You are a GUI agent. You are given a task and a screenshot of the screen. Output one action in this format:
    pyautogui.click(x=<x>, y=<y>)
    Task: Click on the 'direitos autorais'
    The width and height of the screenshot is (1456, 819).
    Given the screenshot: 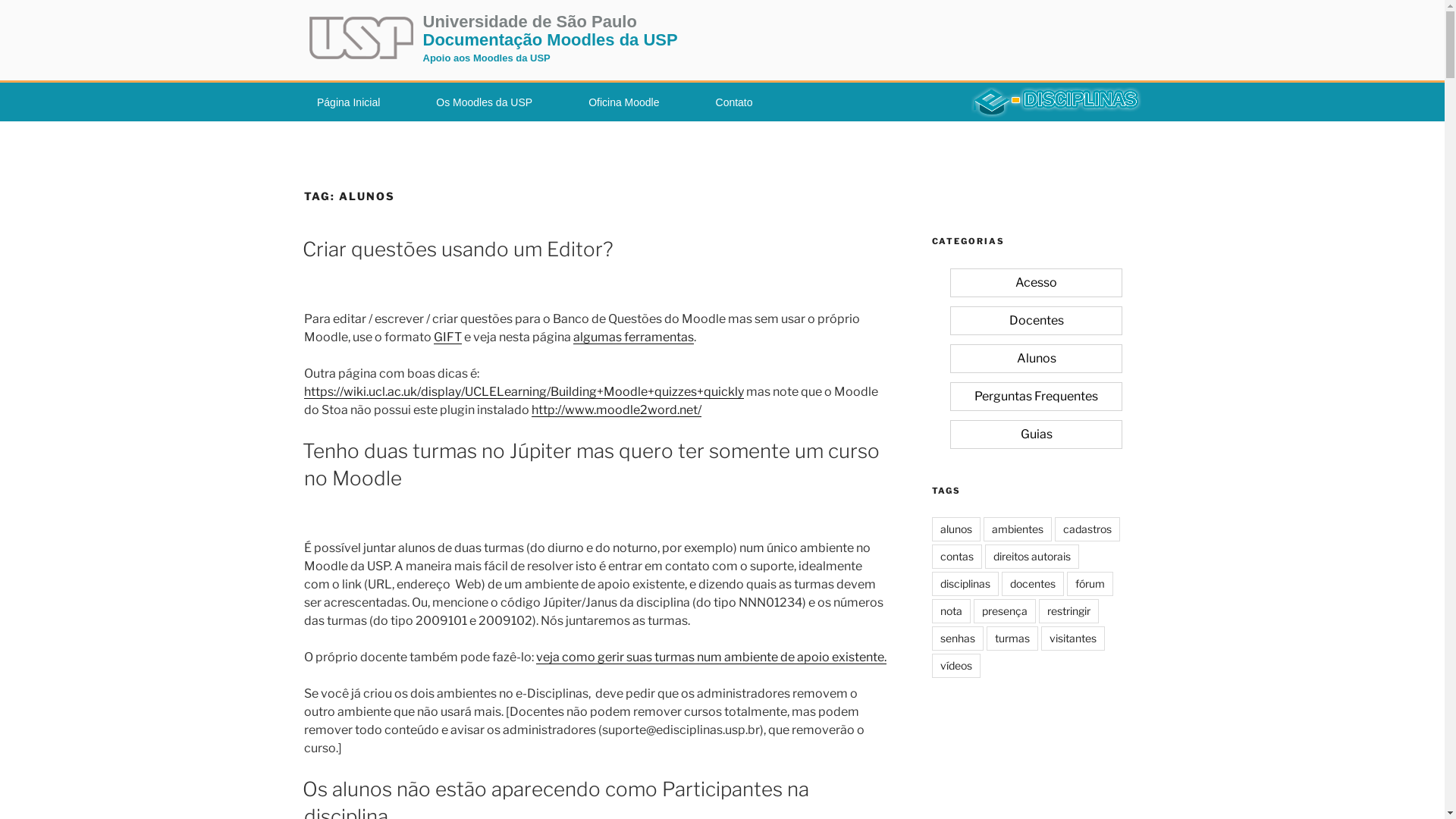 What is the action you would take?
    pyautogui.click(x=1031, y=556)
    